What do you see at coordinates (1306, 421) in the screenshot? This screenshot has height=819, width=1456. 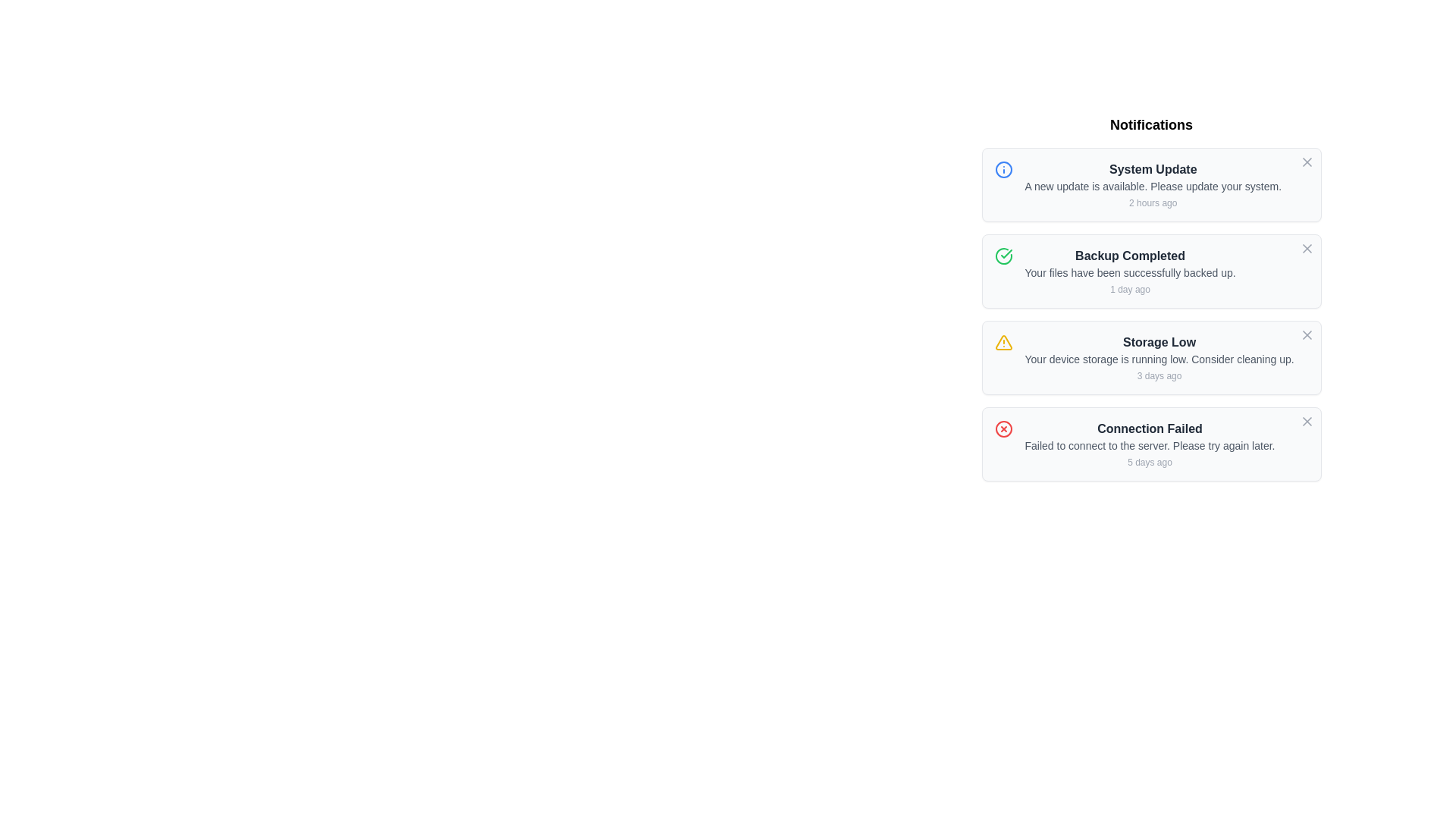 I see `the close button located at the top-right corner of the 'Connection Failed' notification card` at bounding box center [1306, 421].